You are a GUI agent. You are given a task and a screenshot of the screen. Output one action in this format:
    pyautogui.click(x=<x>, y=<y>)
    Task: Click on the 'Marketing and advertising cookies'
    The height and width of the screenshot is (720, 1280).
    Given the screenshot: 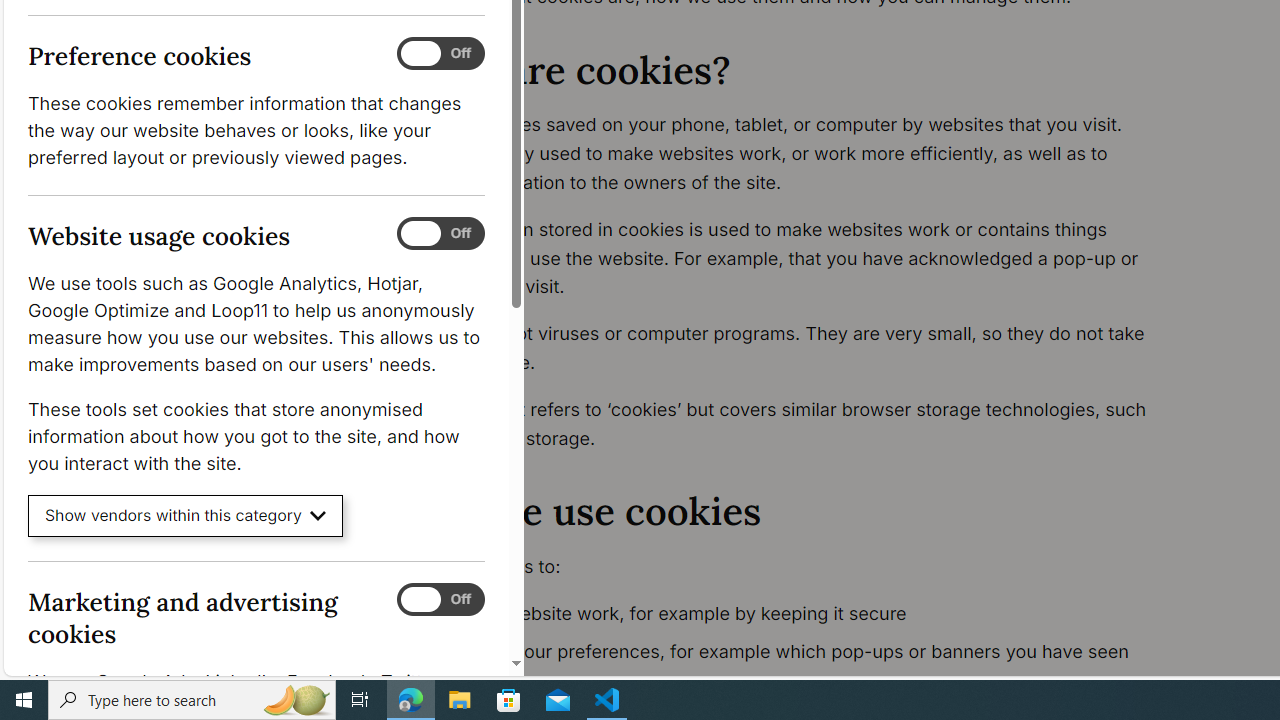 What is the action you would take?
    pyautogui.click(x=439, y=598)
    